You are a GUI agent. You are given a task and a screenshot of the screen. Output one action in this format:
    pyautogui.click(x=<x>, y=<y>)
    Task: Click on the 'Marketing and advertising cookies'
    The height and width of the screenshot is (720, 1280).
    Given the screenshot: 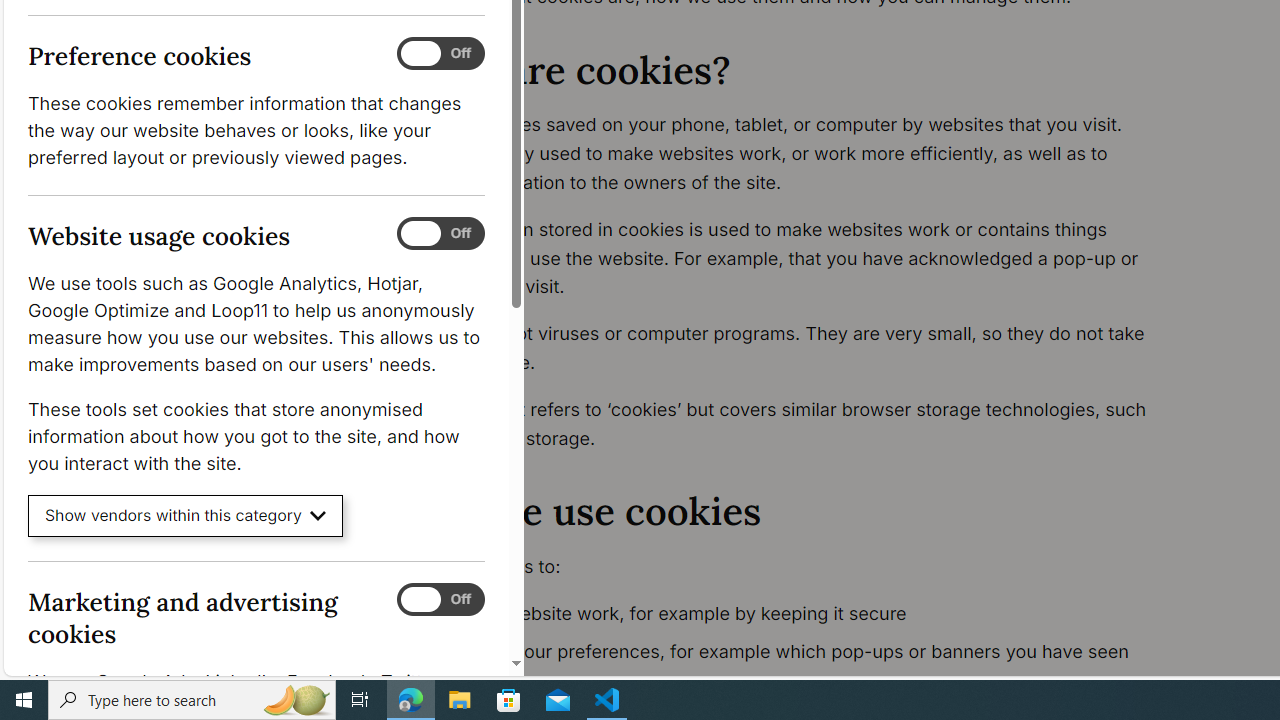 What is the action you would take?
    pyautogui.click(x=439, y=598)
    